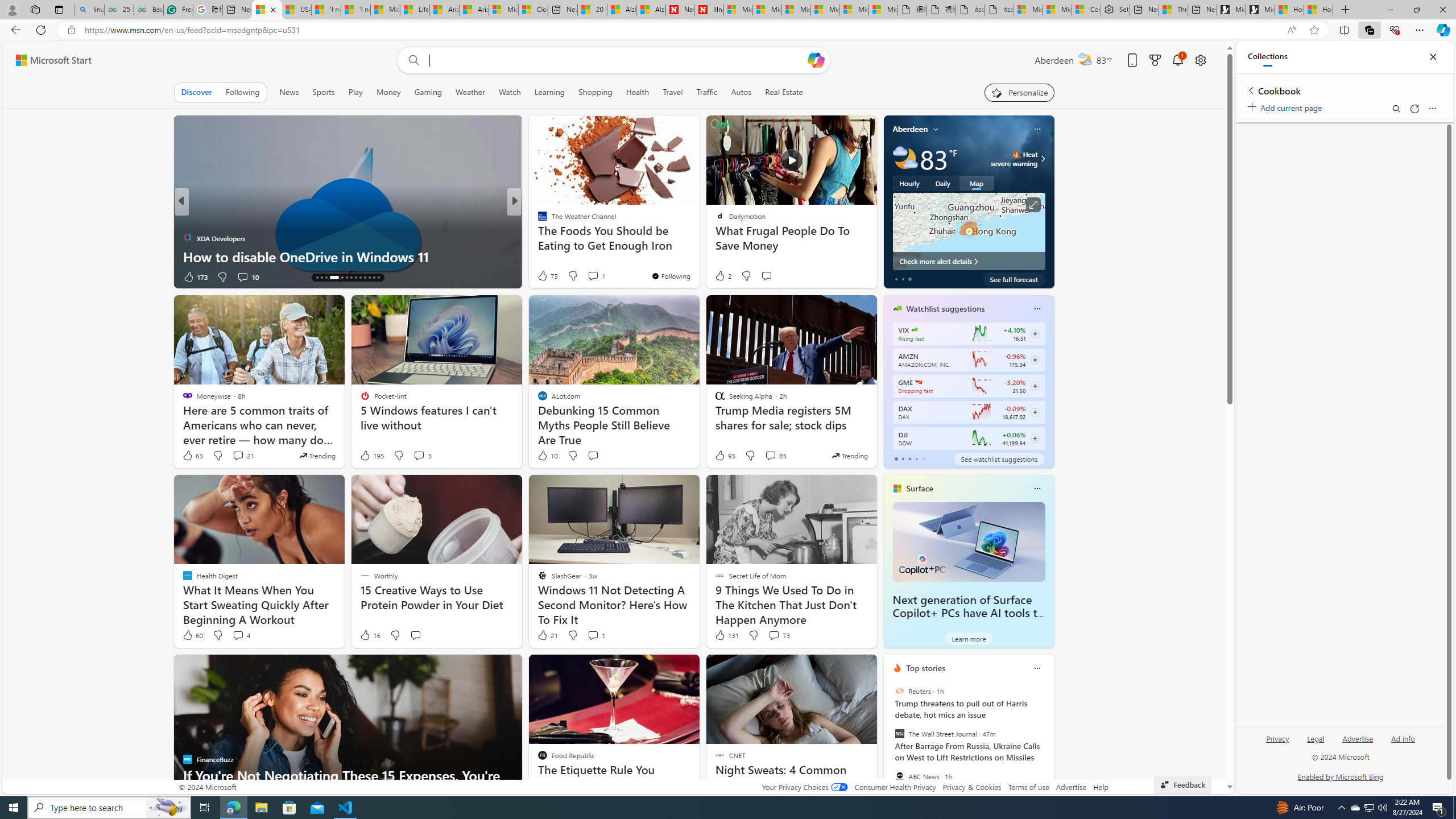 Image resolution: width=1456 pixels, height=819 pixels. I want to click on 'The Wall Street Journal', so click(898, 734).